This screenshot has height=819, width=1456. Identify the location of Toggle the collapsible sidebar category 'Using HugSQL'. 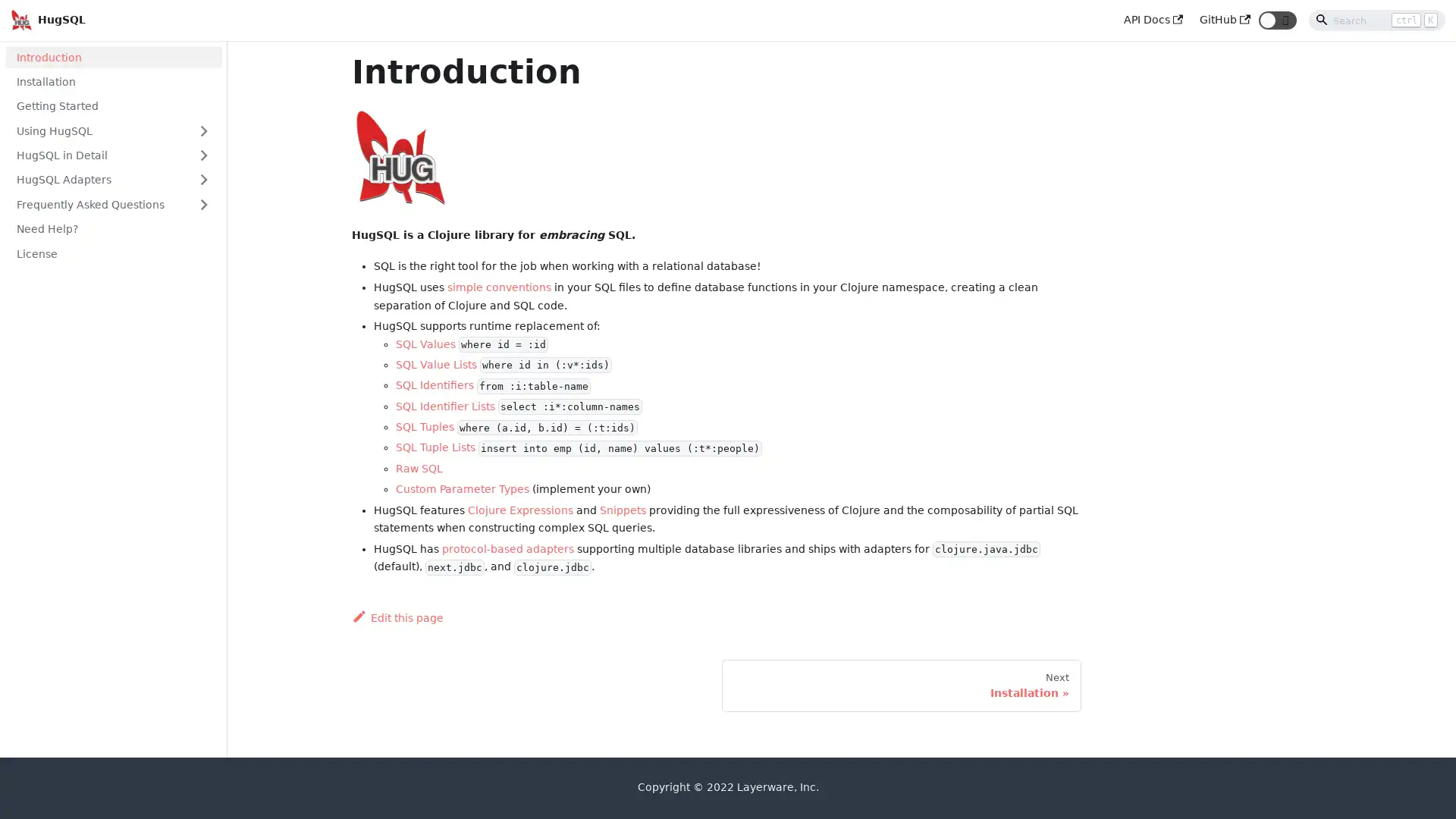
(202, 130).